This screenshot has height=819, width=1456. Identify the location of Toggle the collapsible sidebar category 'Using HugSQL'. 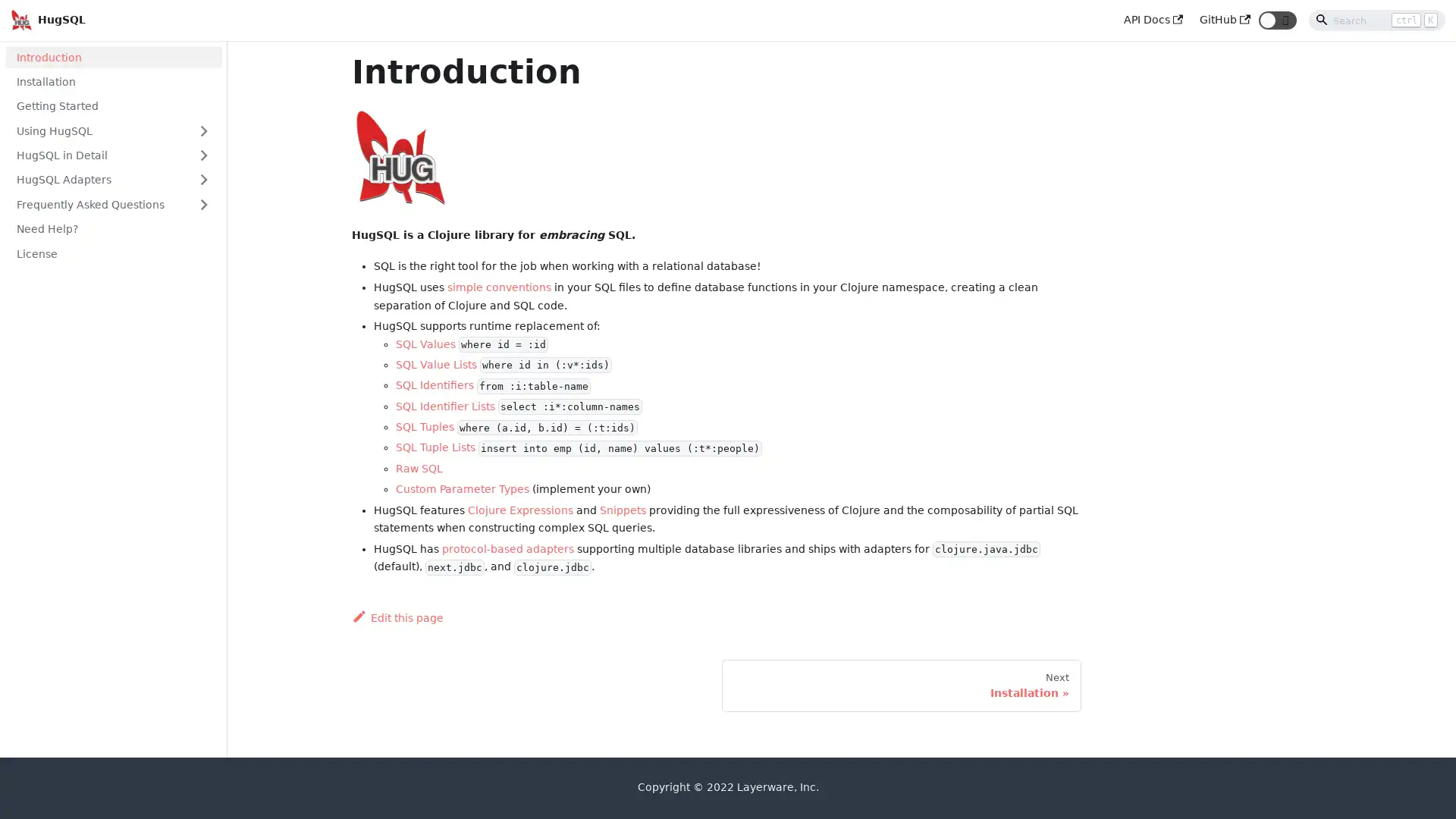
(202, 130).